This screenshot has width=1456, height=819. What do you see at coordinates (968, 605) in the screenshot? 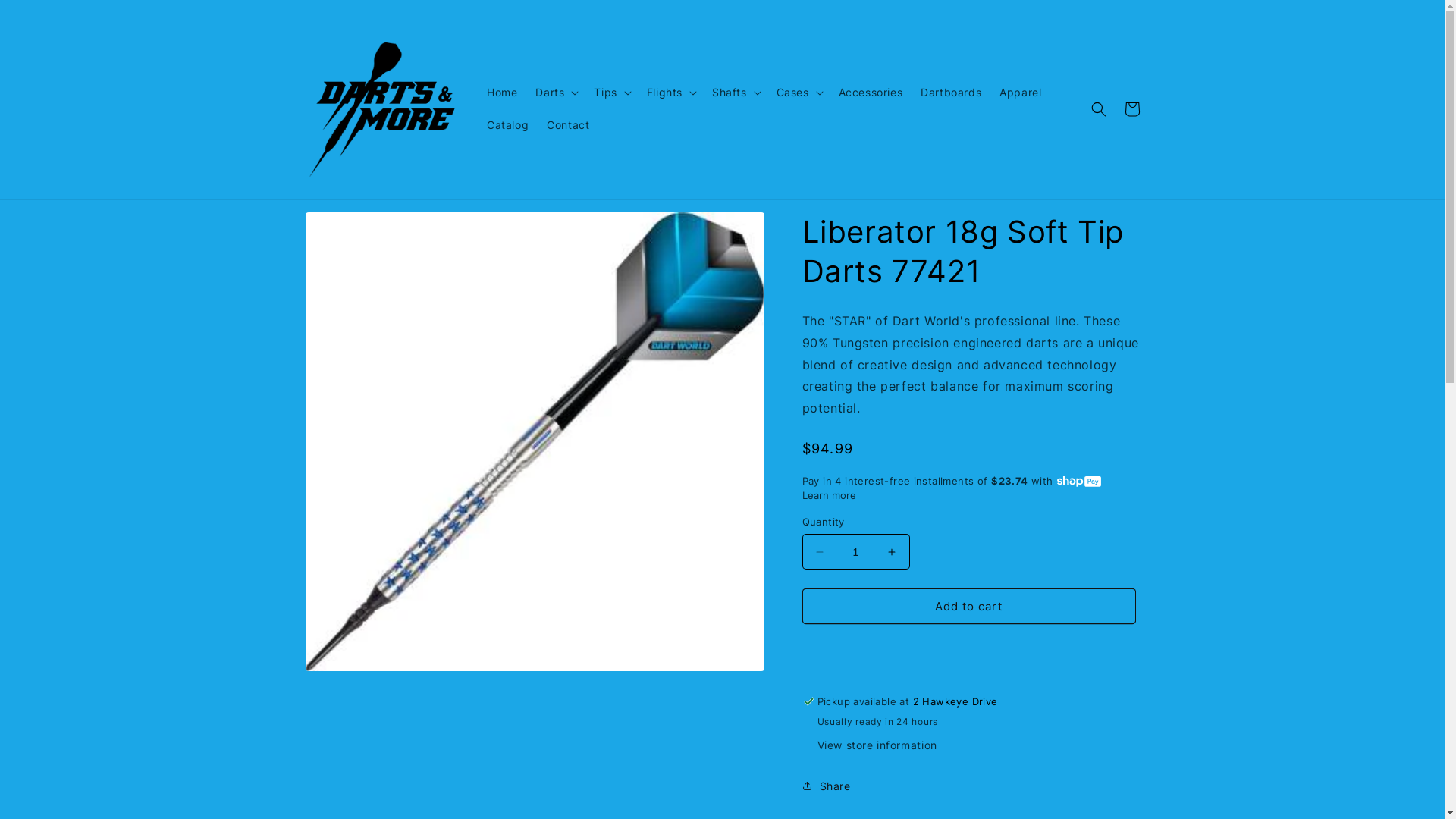
I see `'Add to cart'` at bounding box center [968, 605].